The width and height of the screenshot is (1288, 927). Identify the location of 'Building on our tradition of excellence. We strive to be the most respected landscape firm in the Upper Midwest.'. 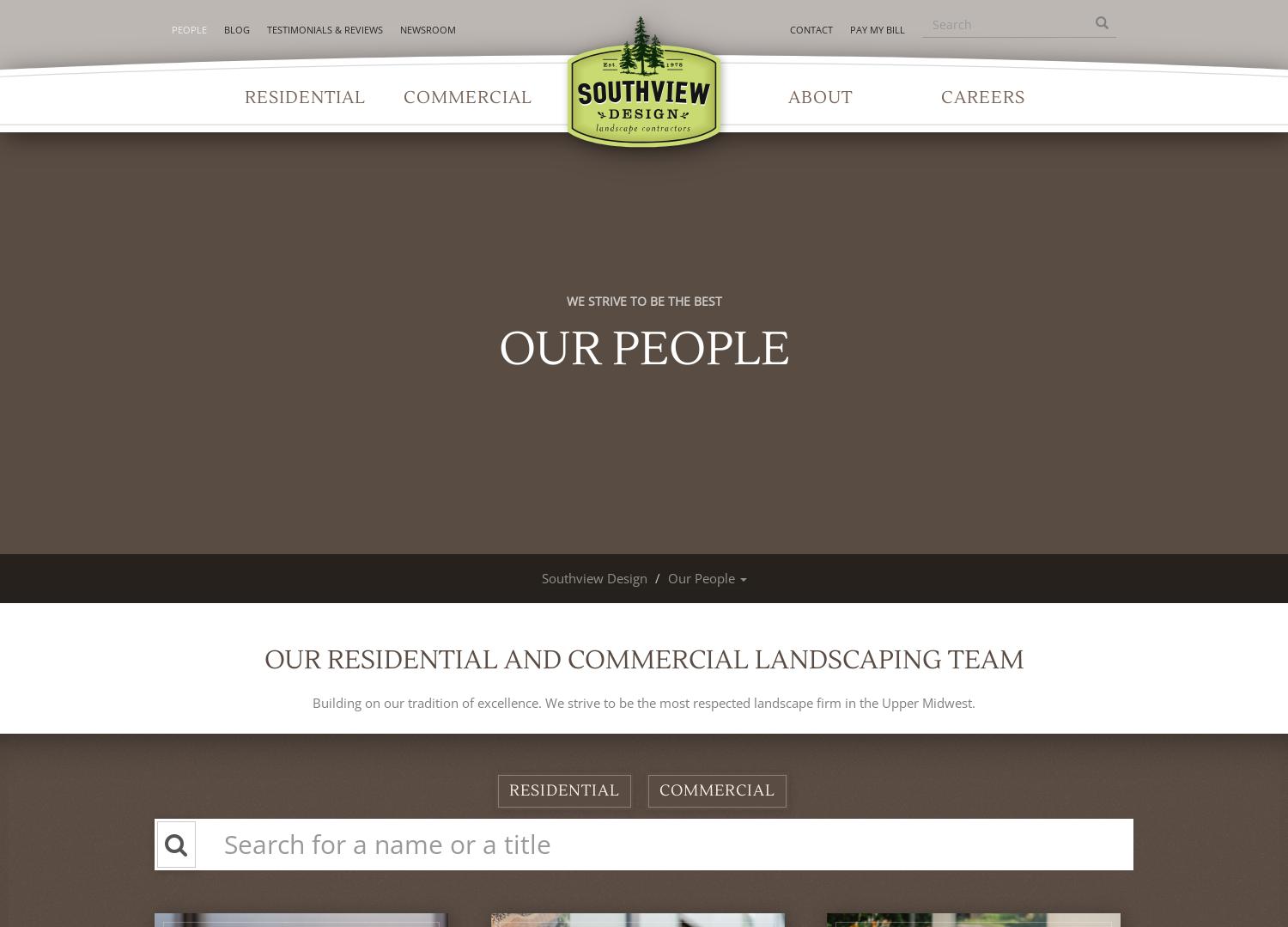
(312, 701).